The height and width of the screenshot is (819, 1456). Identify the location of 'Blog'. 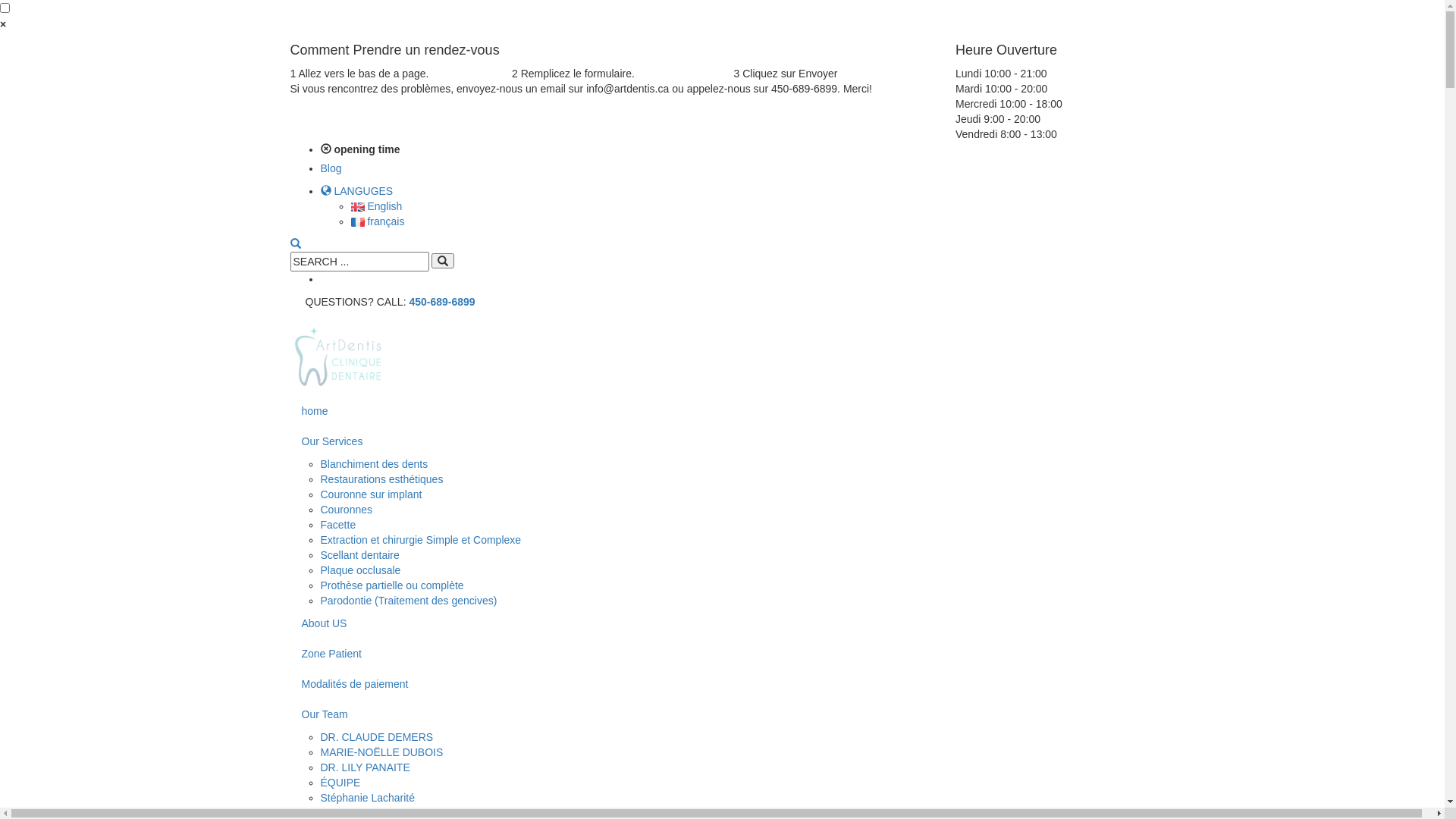
(330, 168).